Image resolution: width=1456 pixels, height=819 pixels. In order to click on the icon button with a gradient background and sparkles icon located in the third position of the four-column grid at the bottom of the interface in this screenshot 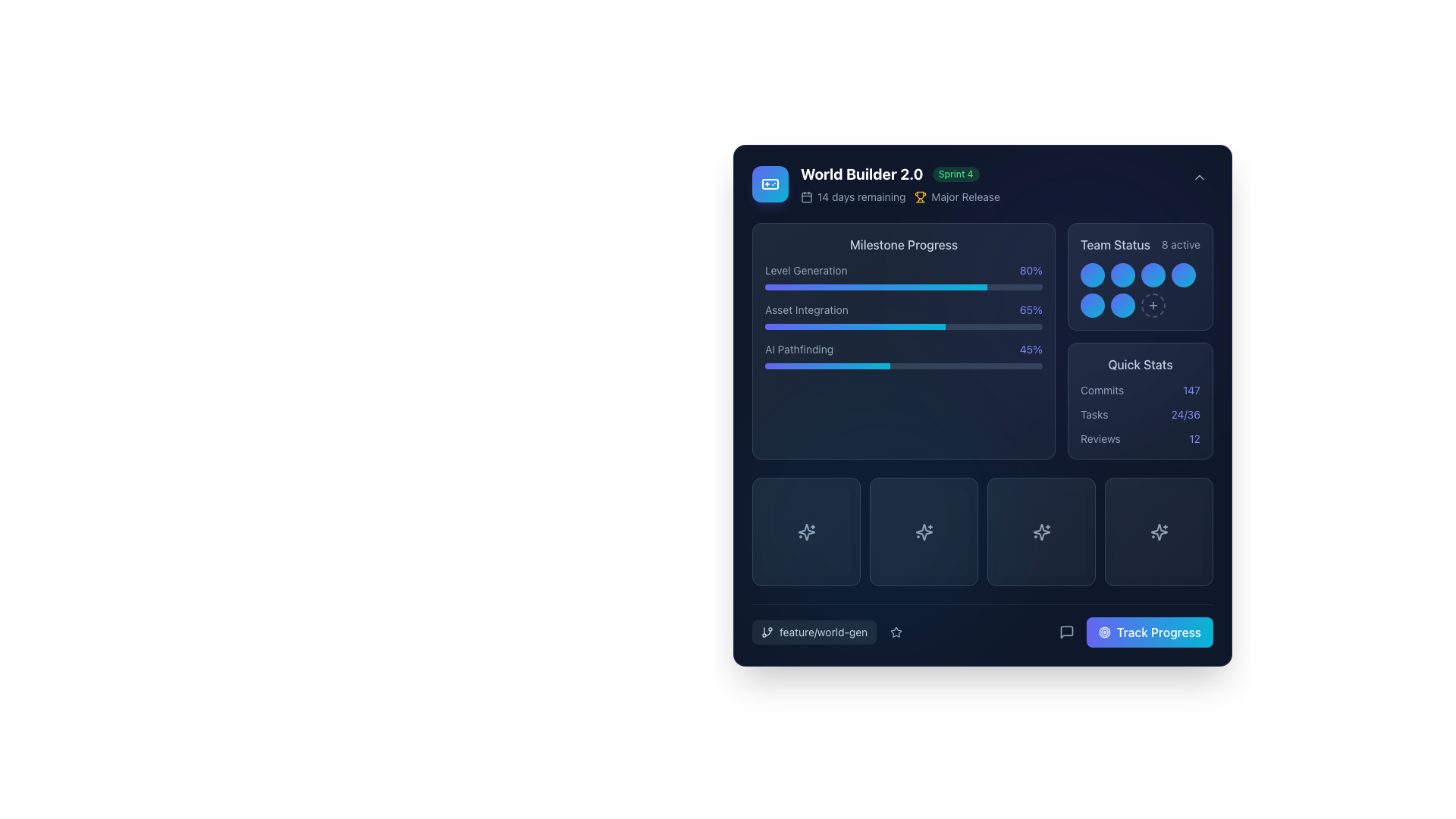, I will do `click(1040, 531)`.